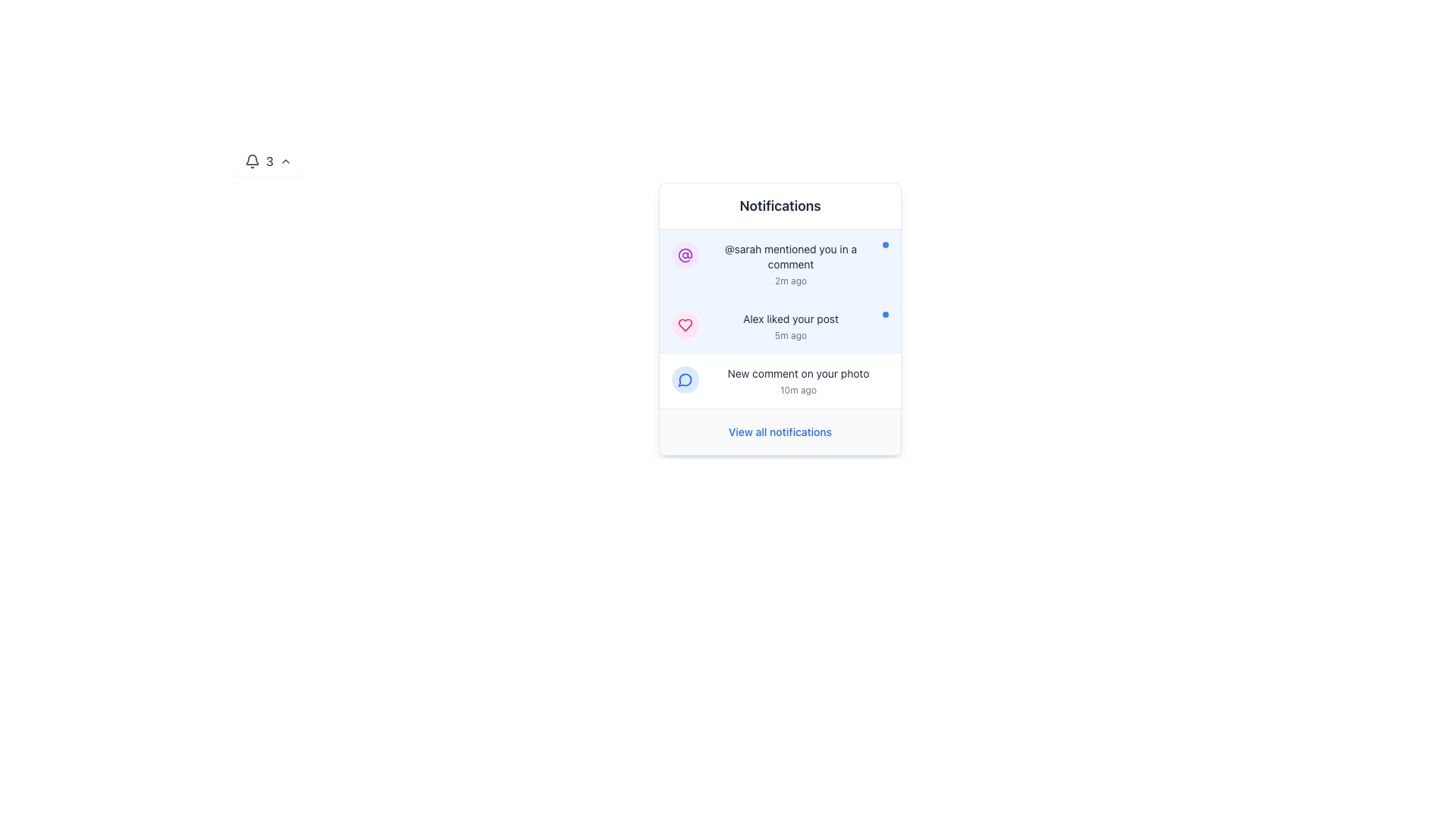 This screenshot has width=1456, height=819. I want to click on the third notification item that informs the user about a recent comment made on their photo, so click(780, 380).